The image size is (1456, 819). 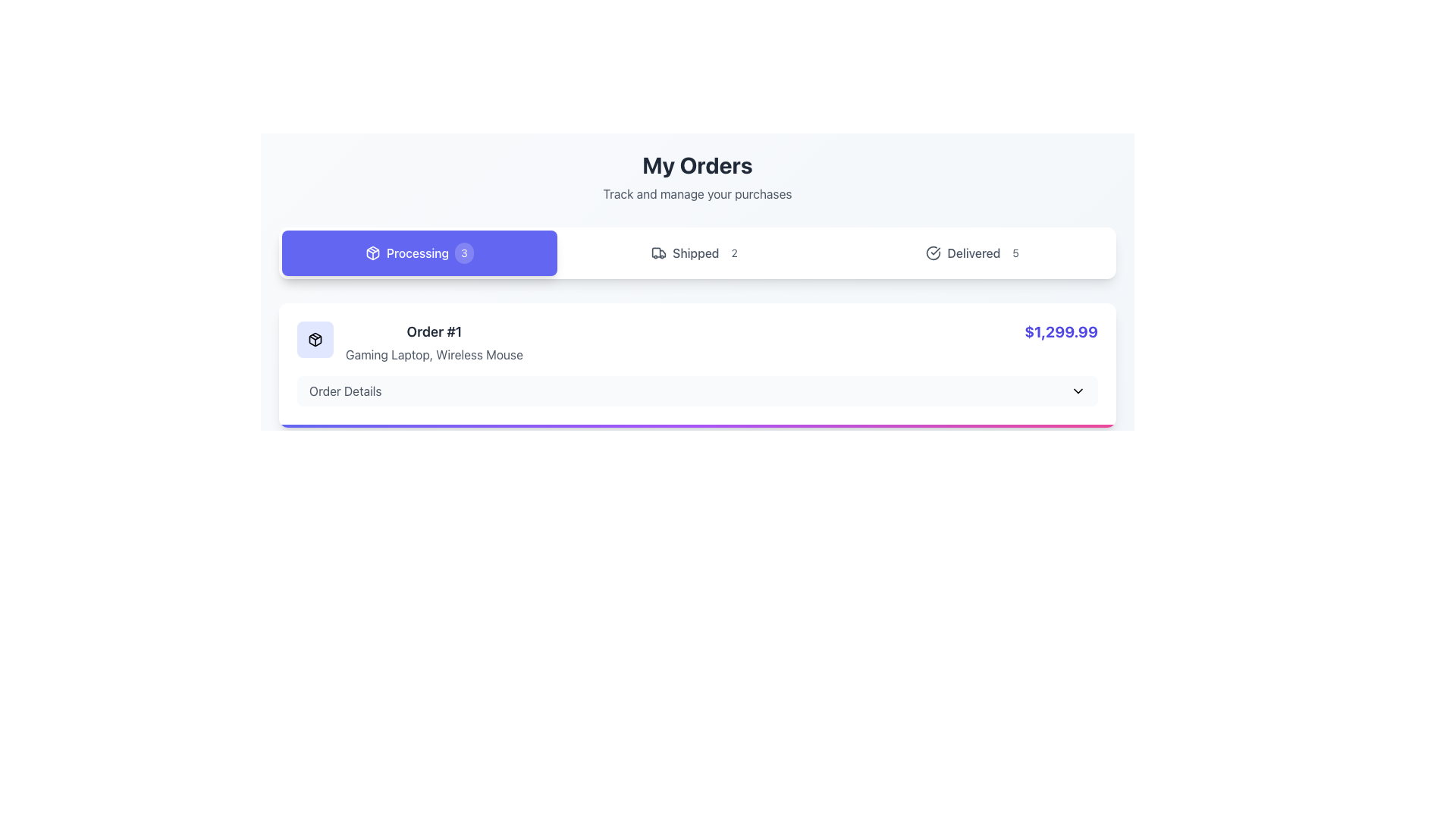 I want to click on the 'Processing' label, so click(x=418, y=253).